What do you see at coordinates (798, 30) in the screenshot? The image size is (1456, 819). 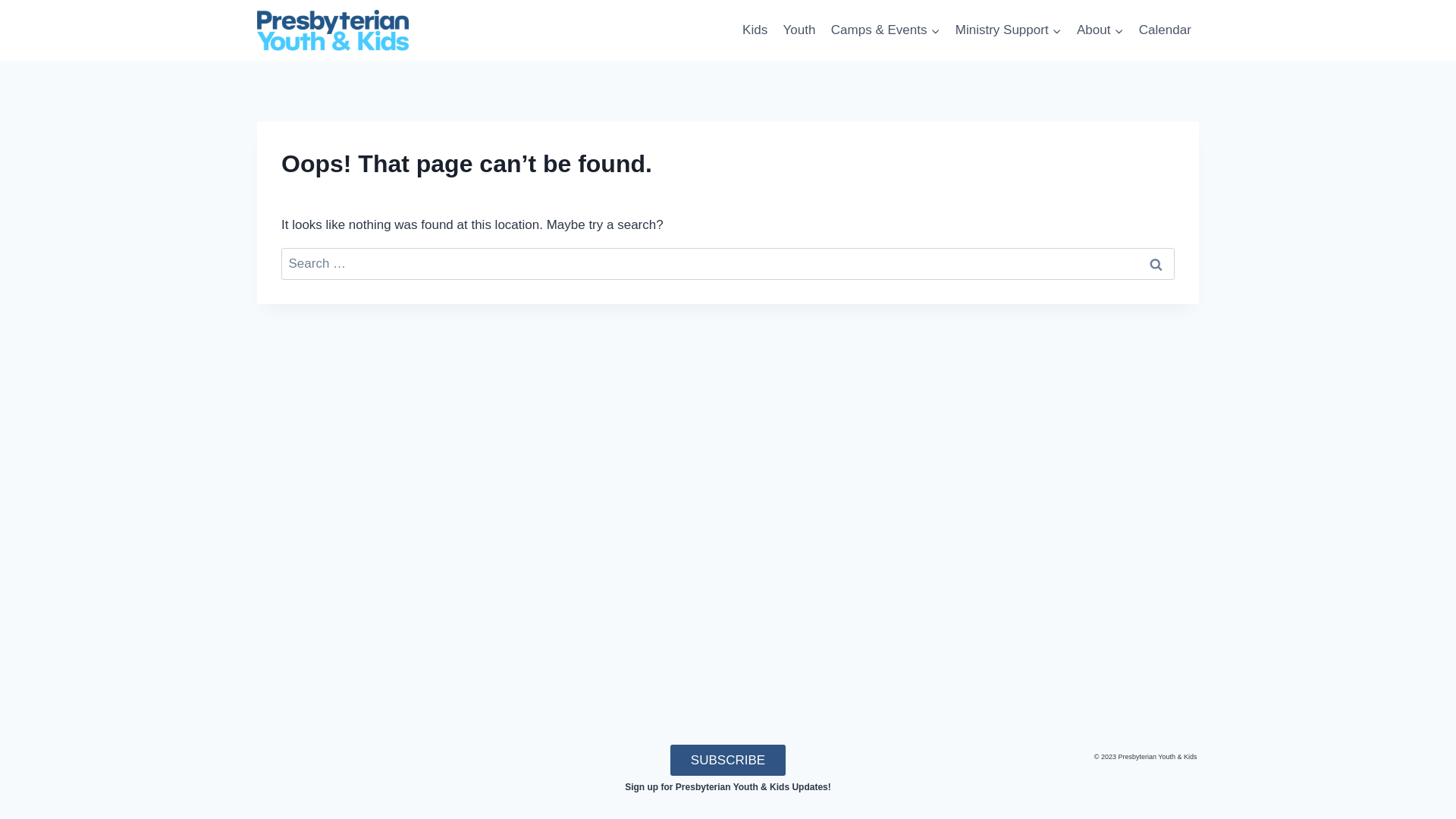 I see `'Youth'` at bounding box center [798, 30].